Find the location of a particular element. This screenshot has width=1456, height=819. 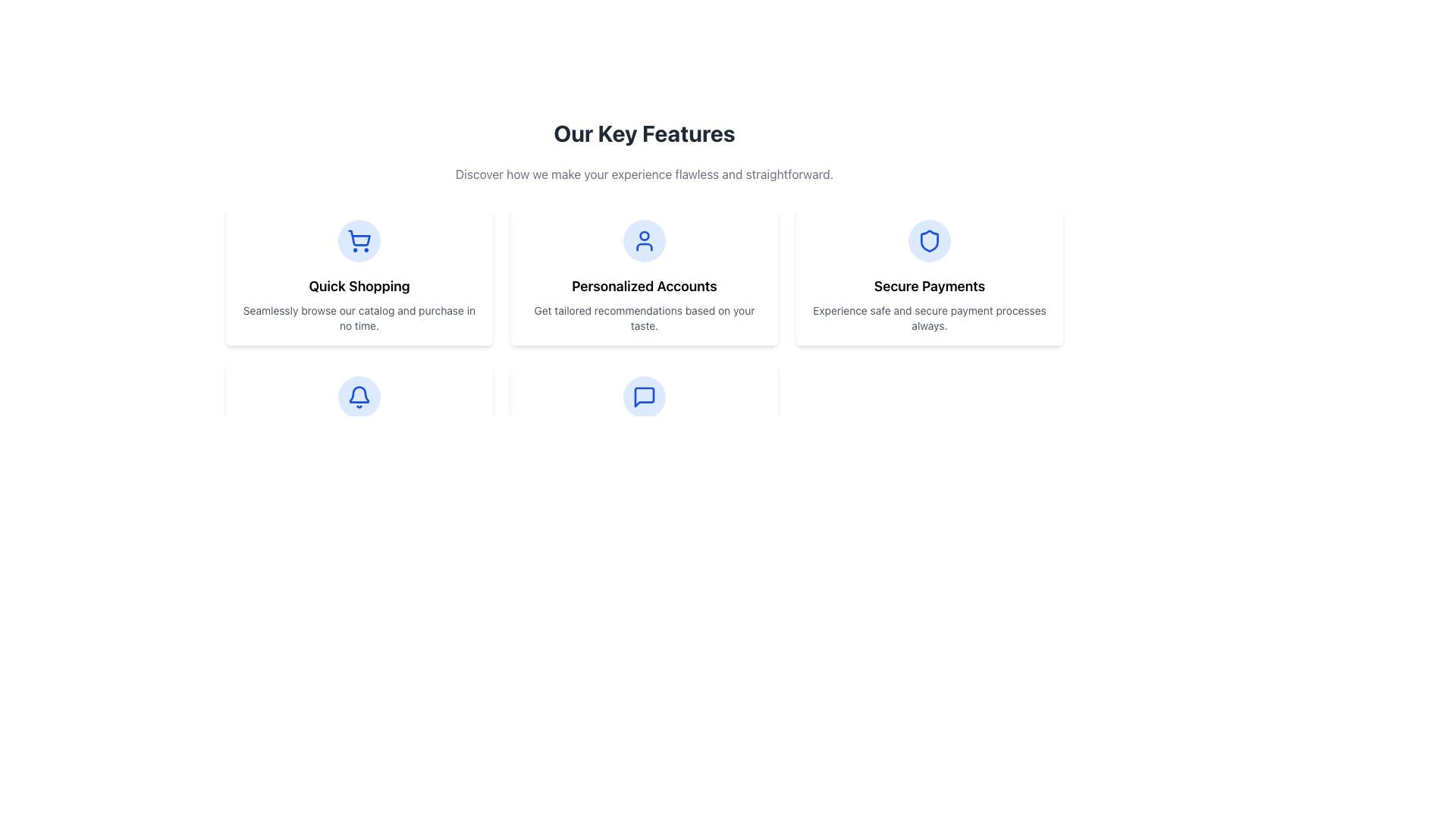

the communication or messaging icon located in the 'Our Key Features' section, which is the third icon from the left is located at coordinates (644, 397).